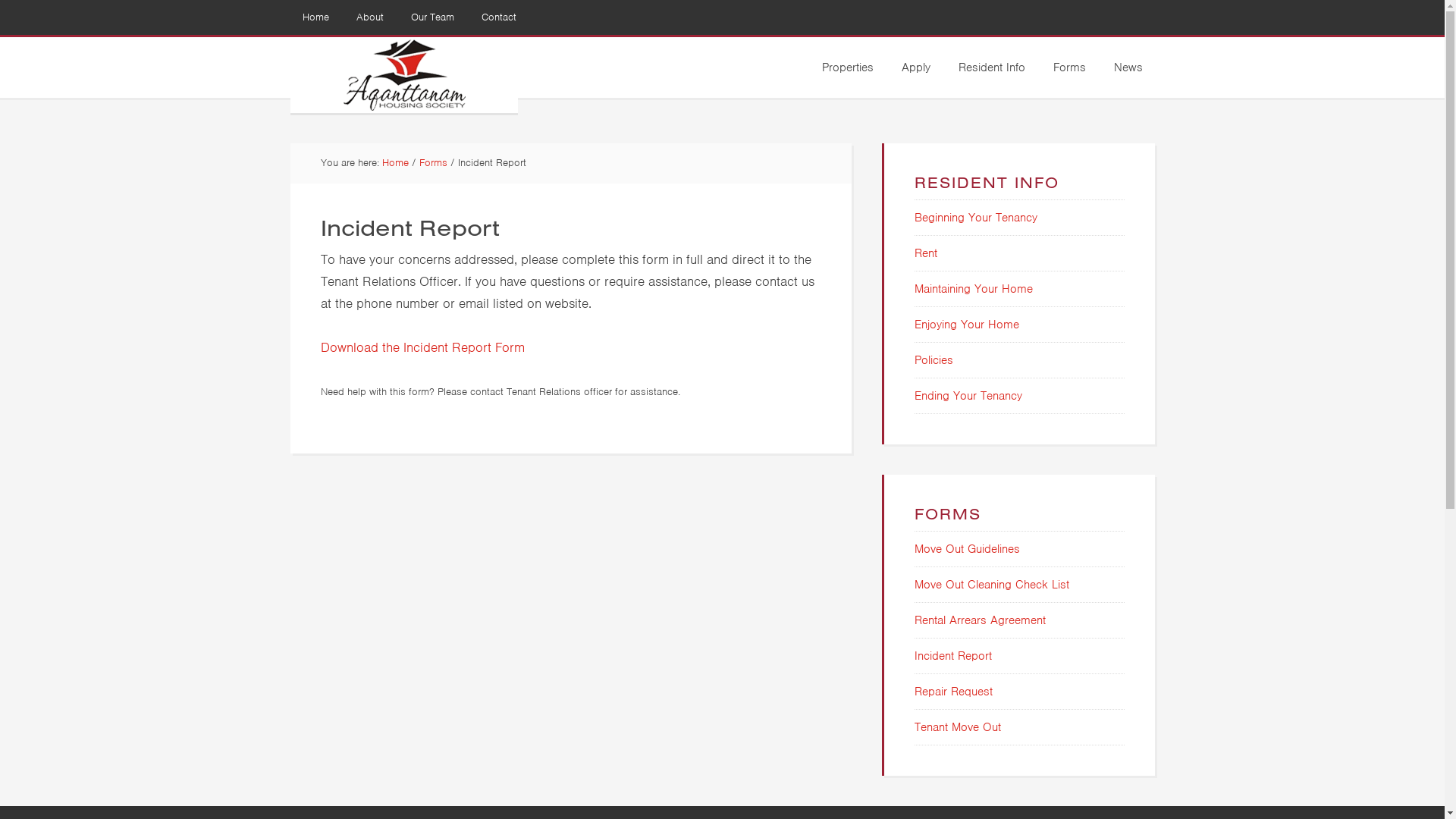 Image resolution: width=1456 pixels, height=819 pixels. Describe the element at coordinates (952, 691) in the screenshot. I see `'Repair Request'` at that location.